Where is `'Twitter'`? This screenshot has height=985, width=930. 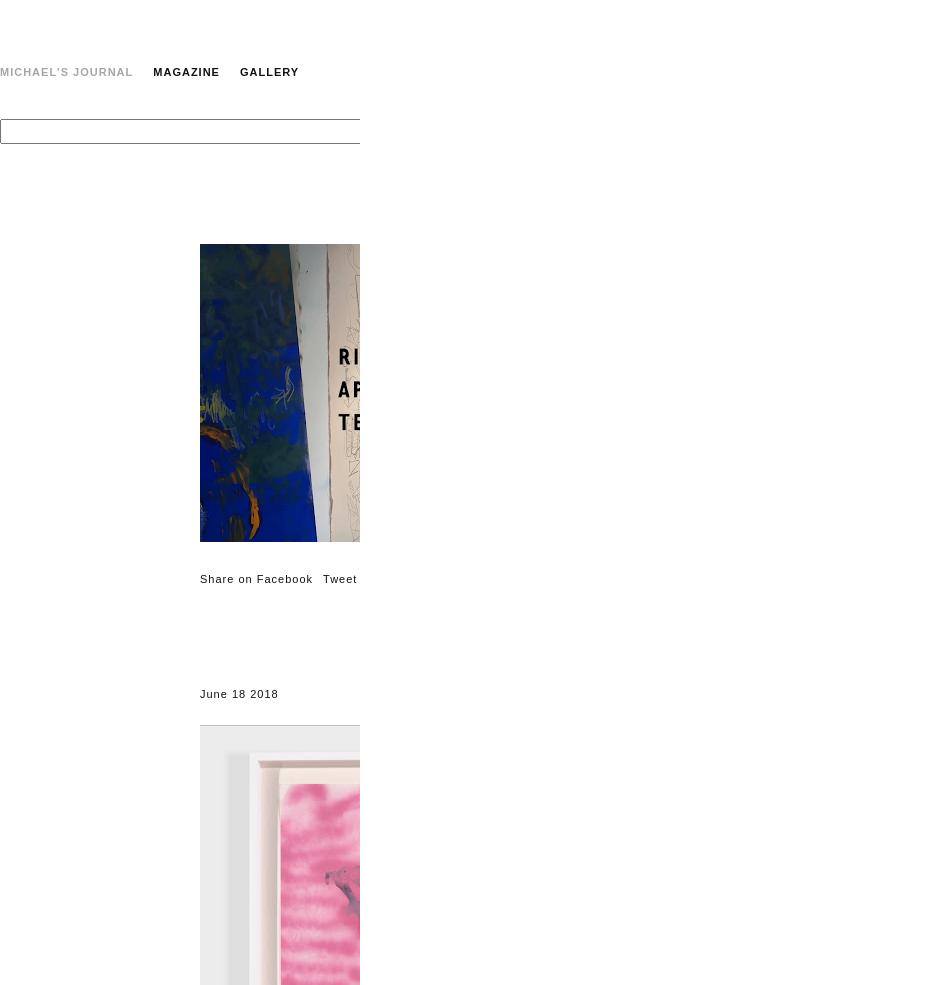
'Twitter' is located at coordinates (910, 643).